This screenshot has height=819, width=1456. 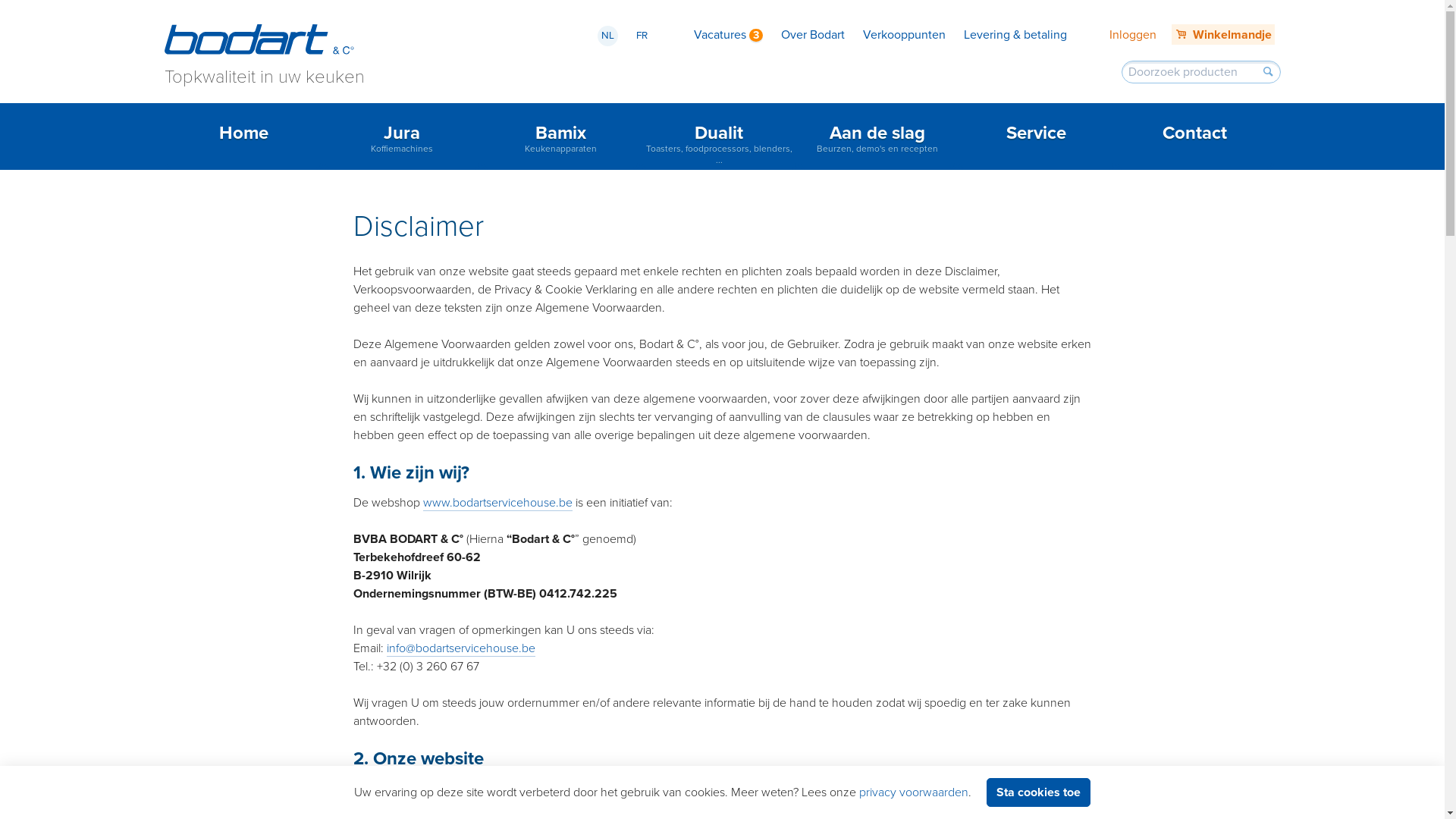 What do you see at coordinates (243, 136) in the screenshot?
I see `'Home'` at bounding box center [243, 136].